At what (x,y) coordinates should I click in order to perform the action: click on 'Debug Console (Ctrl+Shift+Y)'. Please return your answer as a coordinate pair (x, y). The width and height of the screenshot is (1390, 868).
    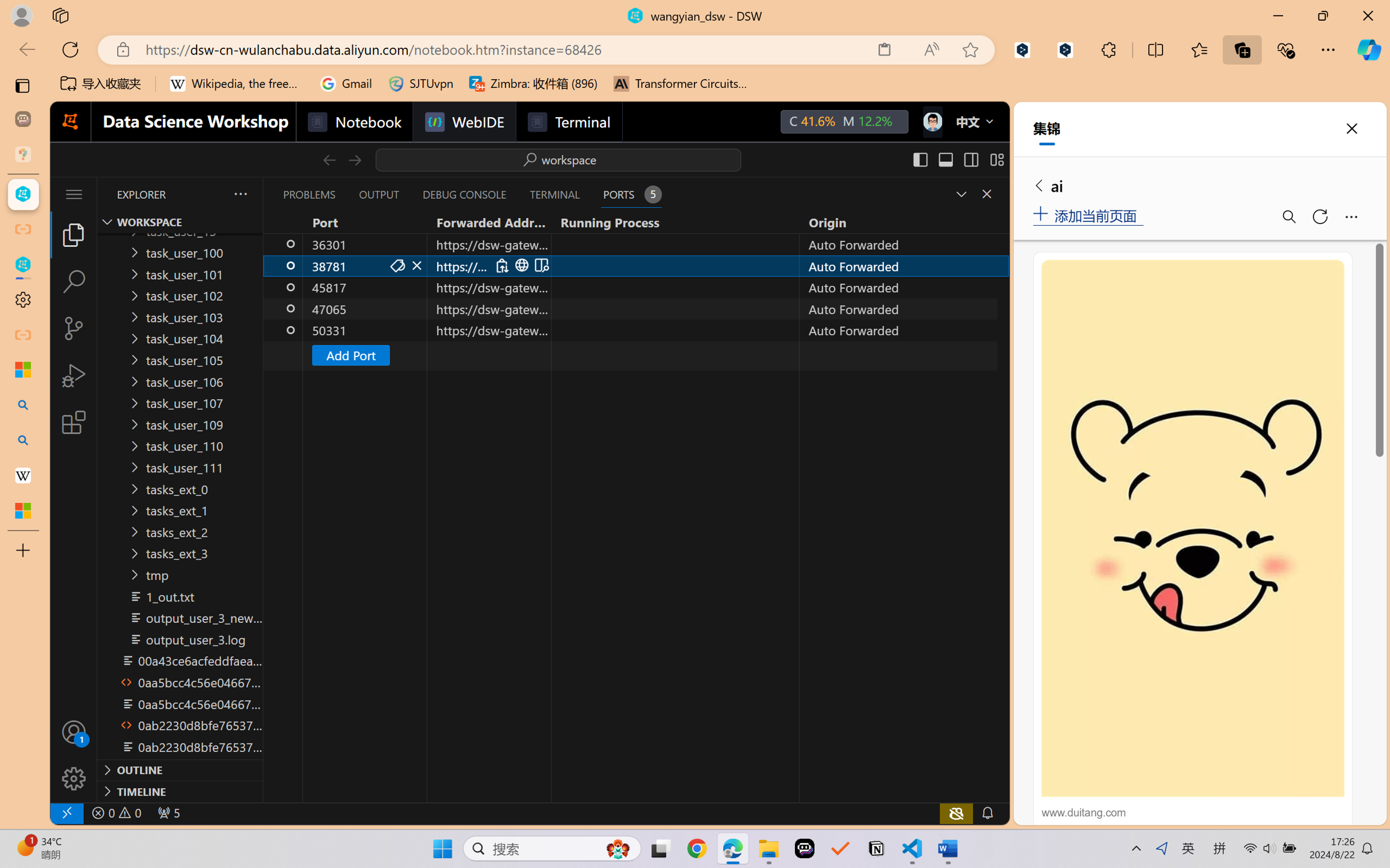
    Looking at the image, I should click on (464, 193).